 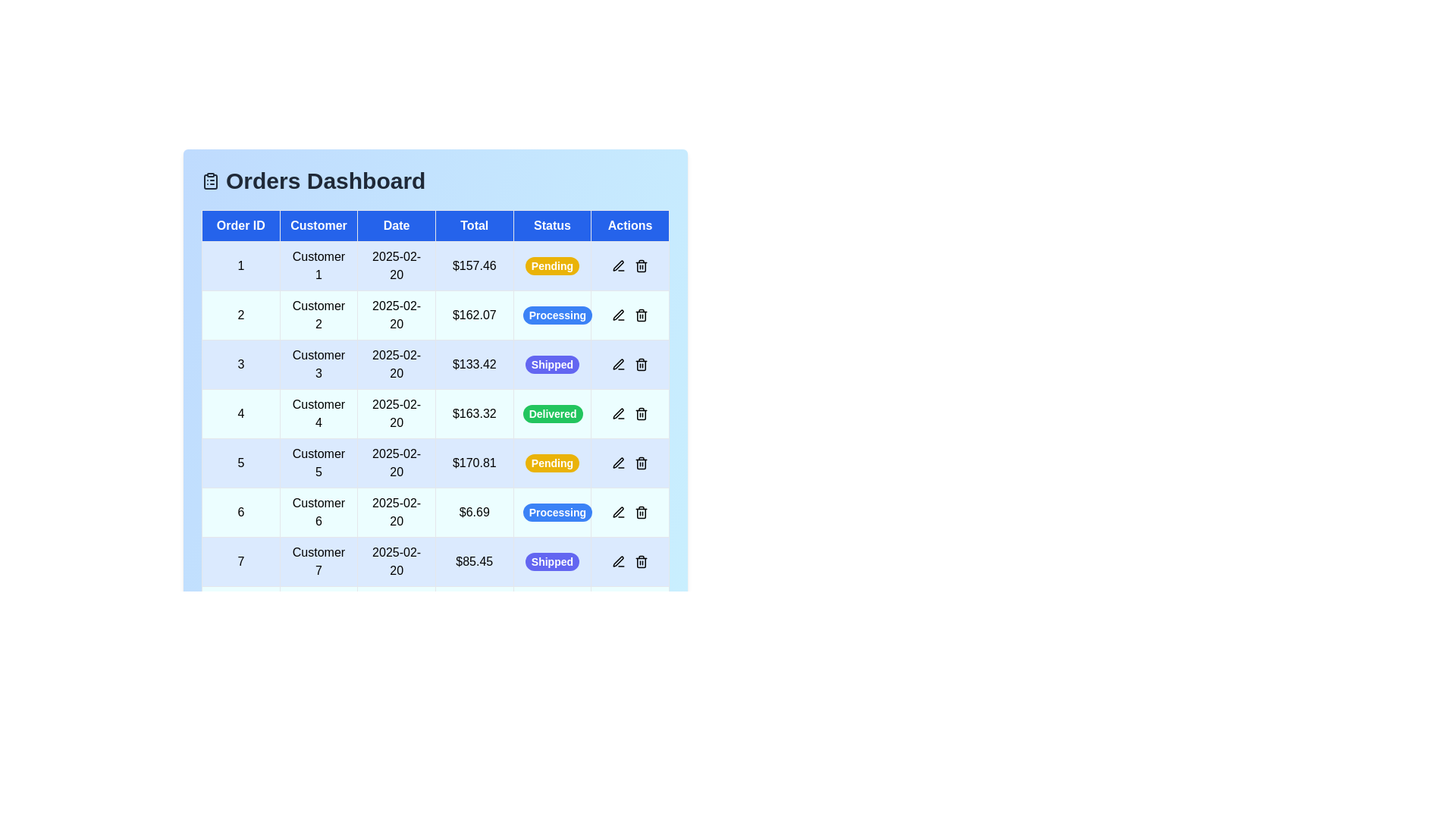 I want to click on the edit icon in the 'Actions' column for the order with ID 7, so click(x=619, y=561).